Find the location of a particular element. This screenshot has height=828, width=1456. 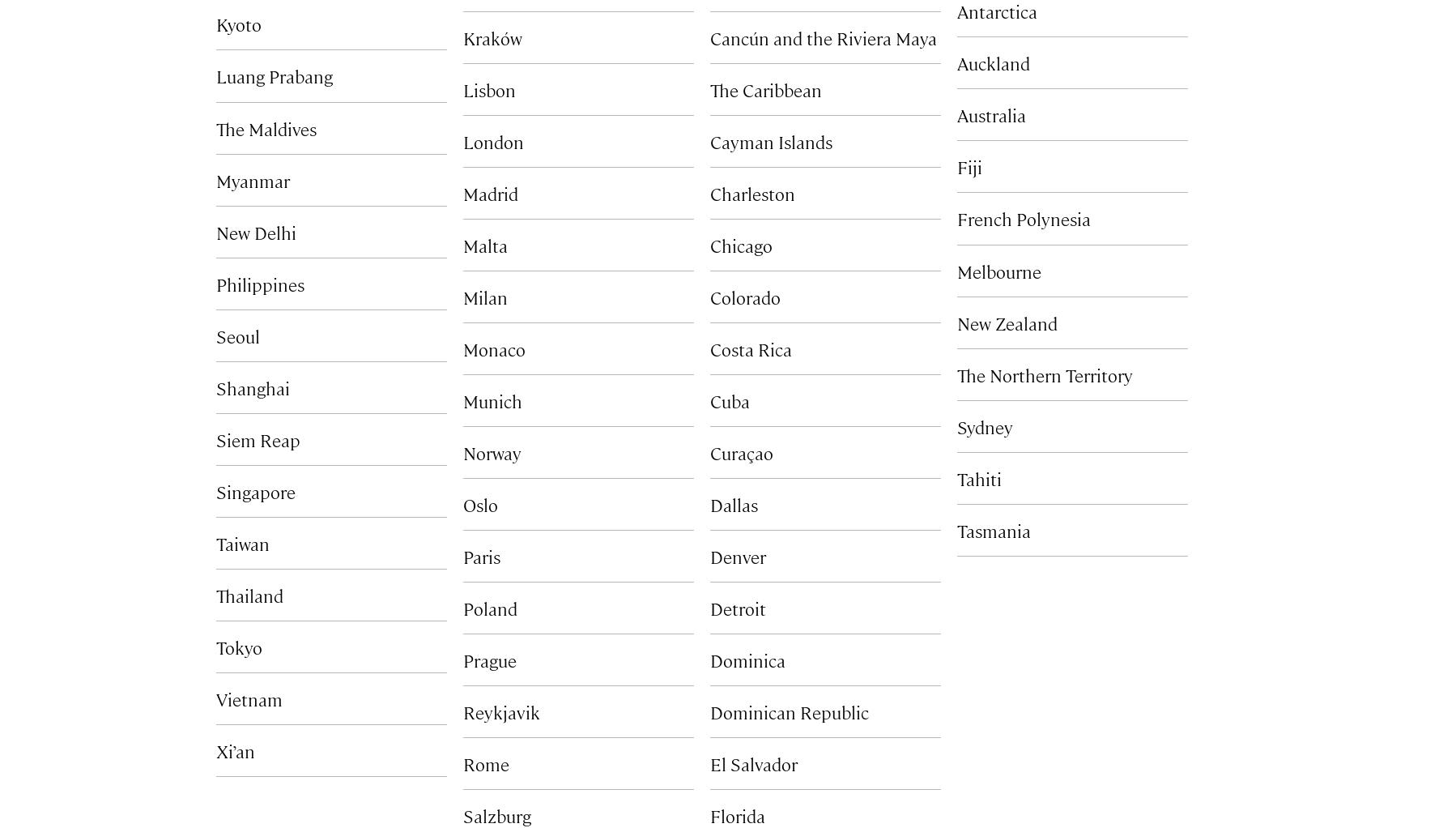

'New Delhi' is located at coordinates (255, 231).